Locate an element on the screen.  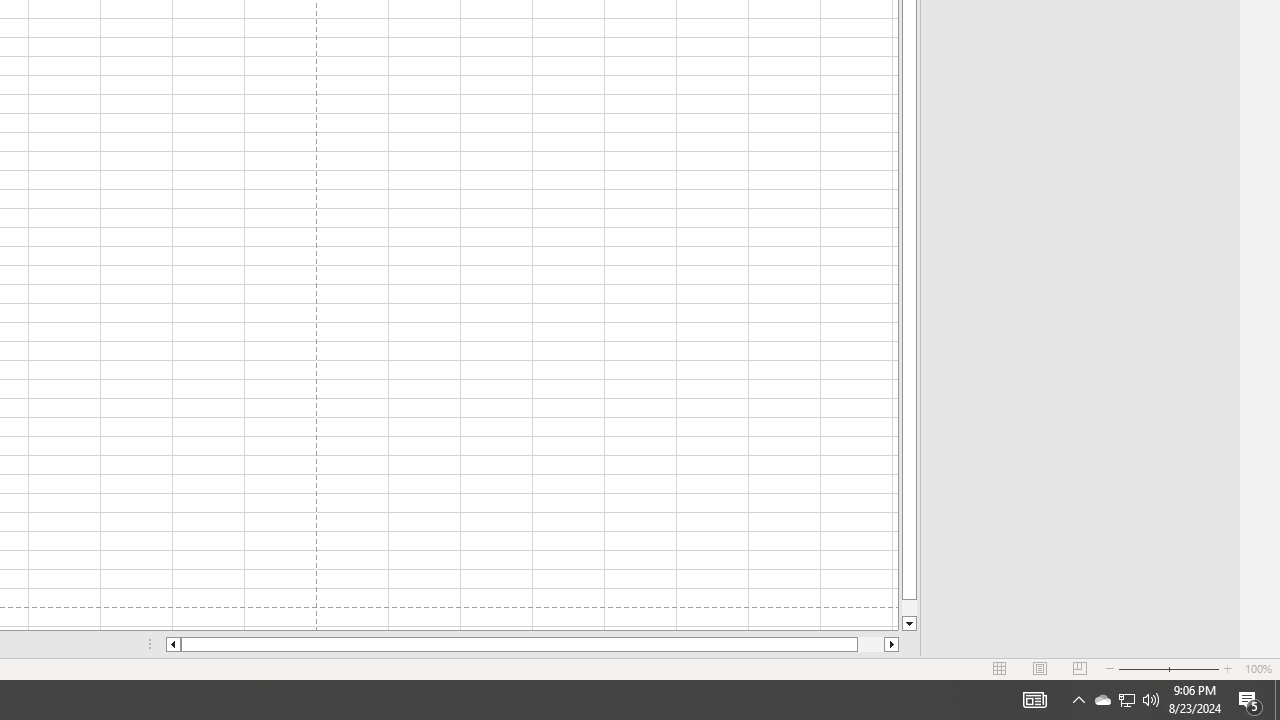
'Zoom Out' is located at coordinates (1143, 669).